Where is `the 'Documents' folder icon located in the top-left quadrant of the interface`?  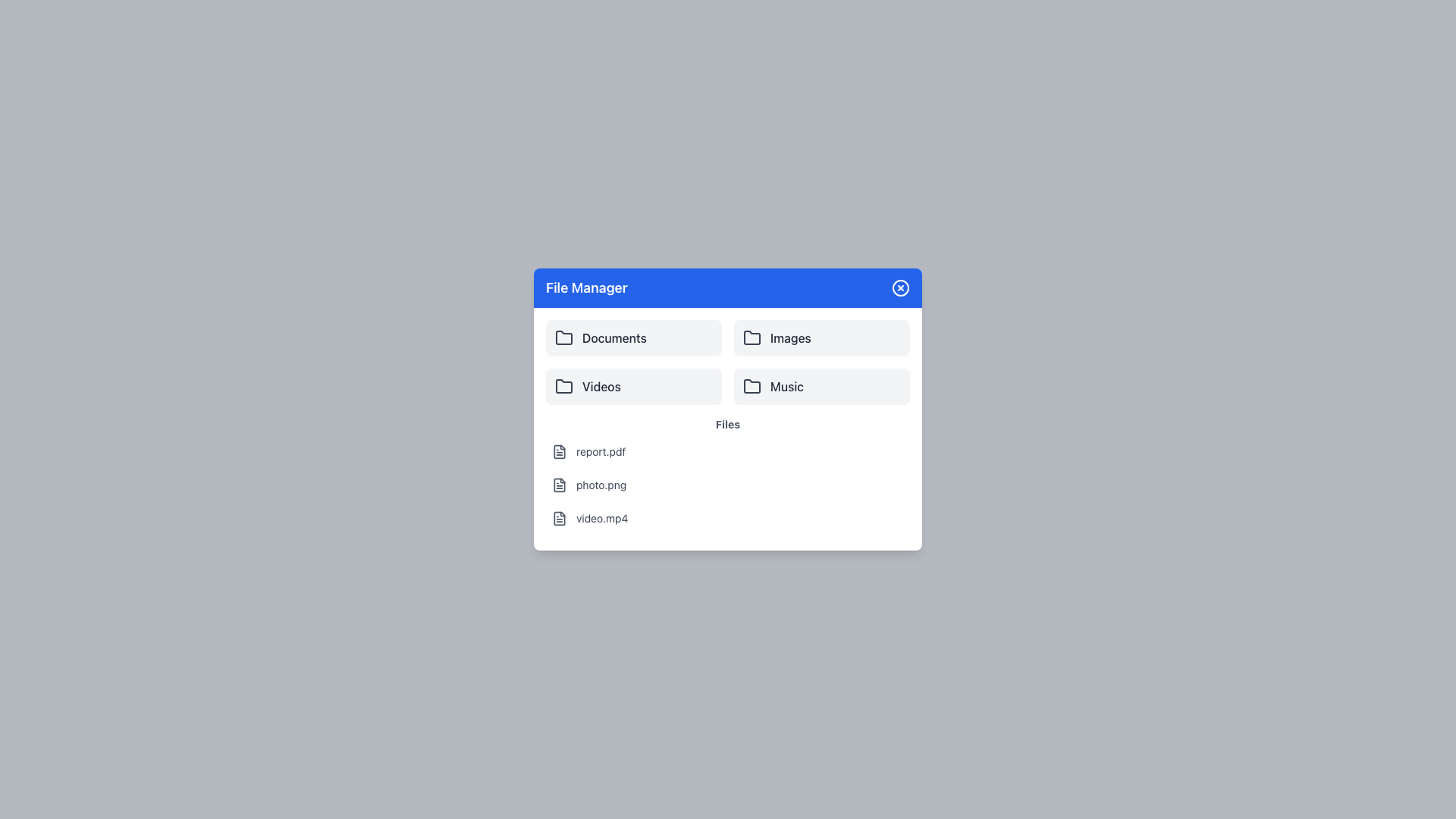 the 'Documents' folder icon located in the top-left quadrant of the interface is located at coordinates (563, 337).